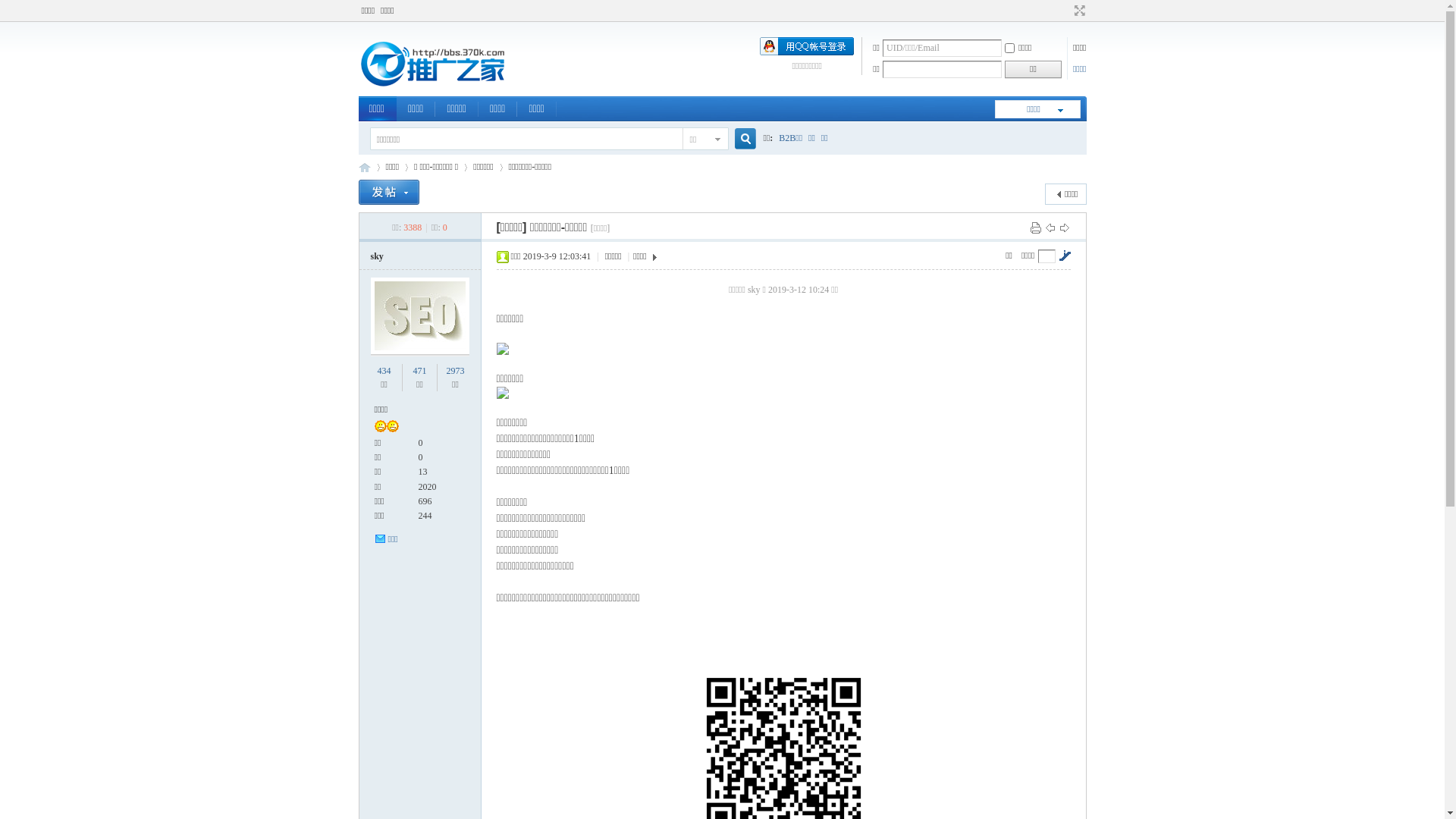  Describe the element at coordinates (376, 256) in the screenshot. I see `'sky'` at that location.